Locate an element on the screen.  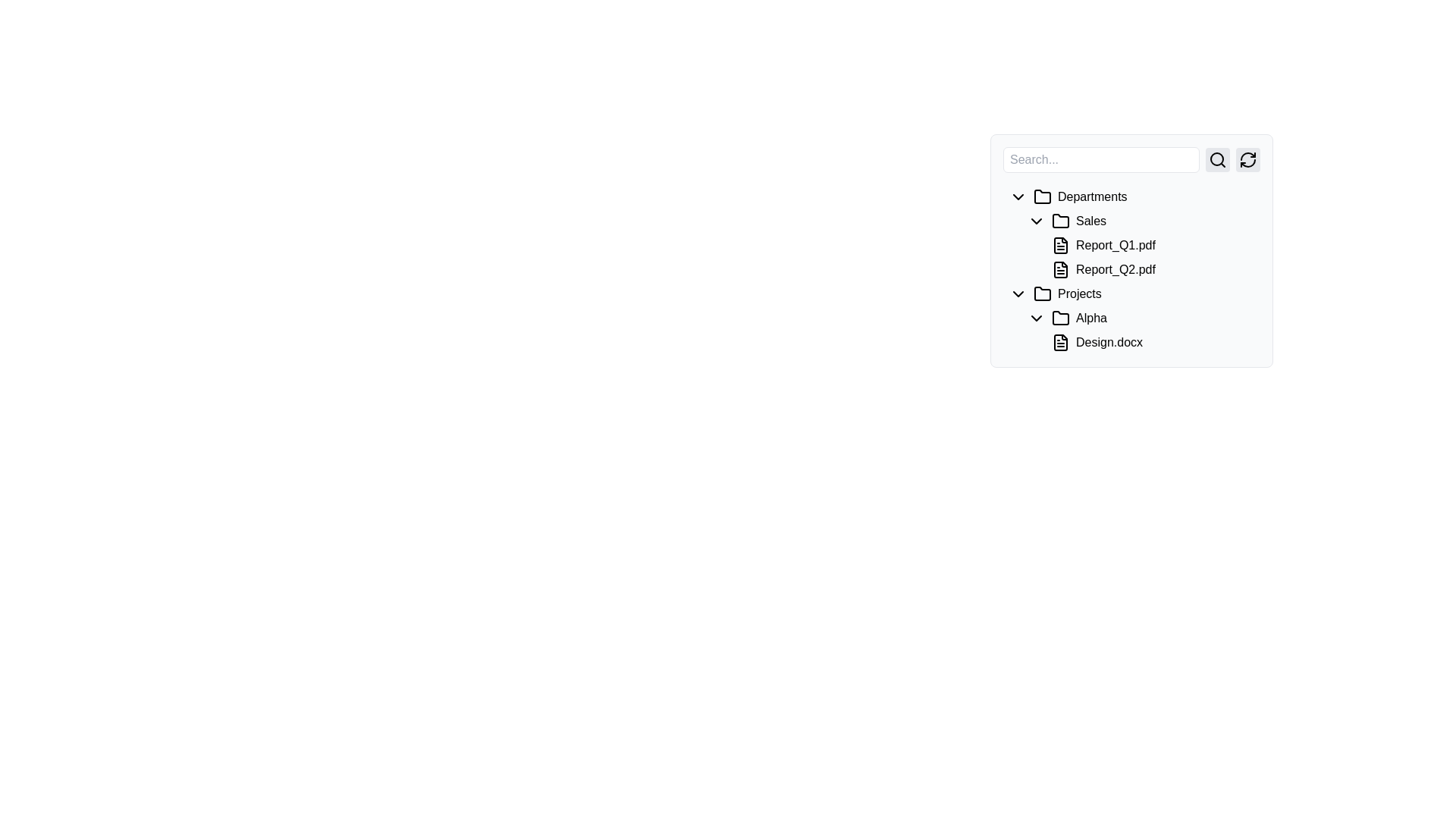
the downward-facing chevron icon with a black stroke, located next to the 'Departments' label is located at coordinates (1018, 196).